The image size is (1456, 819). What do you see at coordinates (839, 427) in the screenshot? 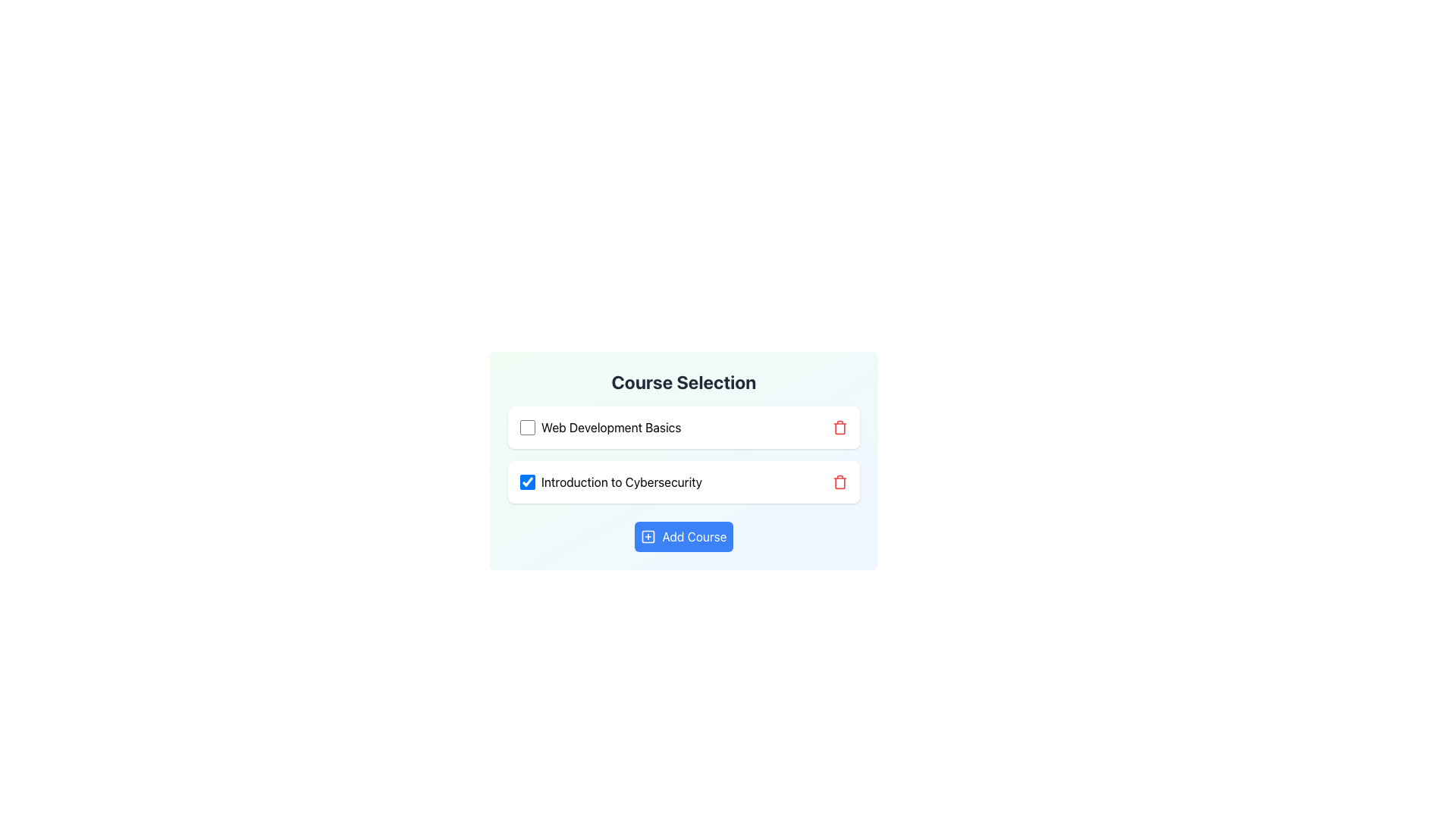
I see `the delete icon/button located in the rightmost section of the 'Web Development Basics' row` at bounding box center [839, 427].